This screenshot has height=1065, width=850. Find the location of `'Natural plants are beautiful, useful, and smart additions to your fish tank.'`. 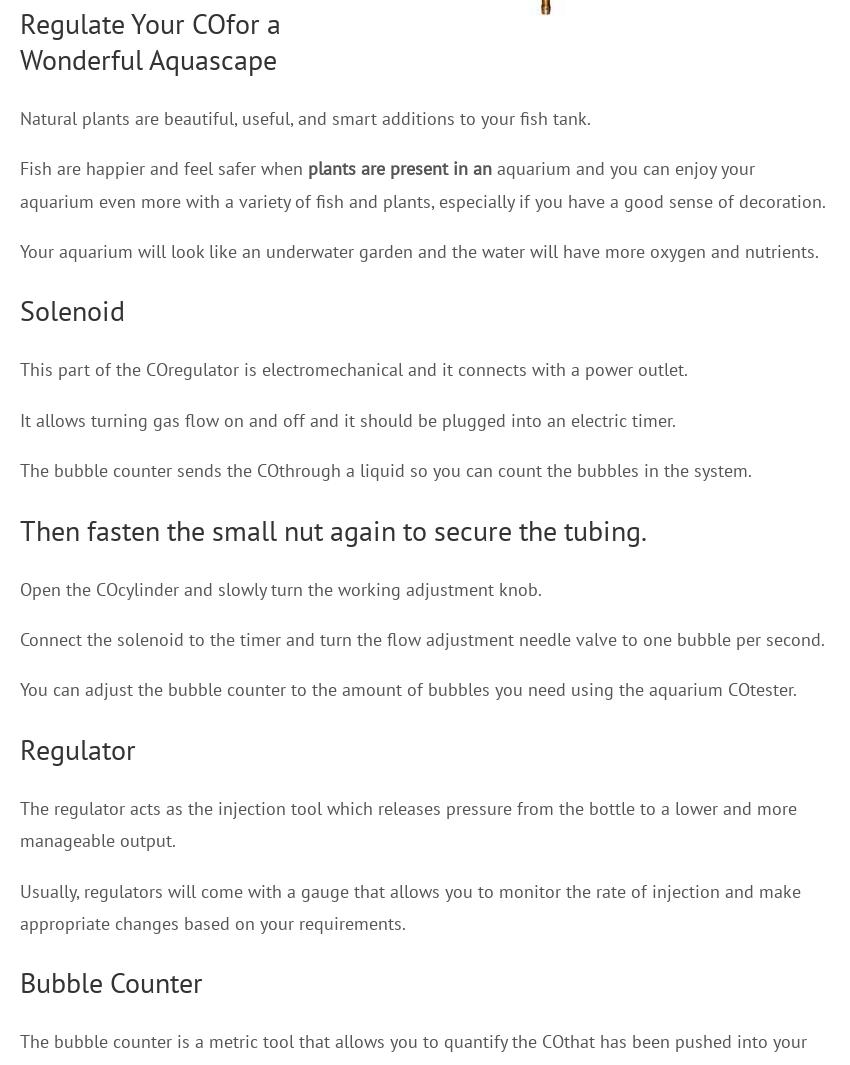

'Natural plants are beautiful, useful, and smart additions to your fish tank.' is located at coordinates (305, 116).